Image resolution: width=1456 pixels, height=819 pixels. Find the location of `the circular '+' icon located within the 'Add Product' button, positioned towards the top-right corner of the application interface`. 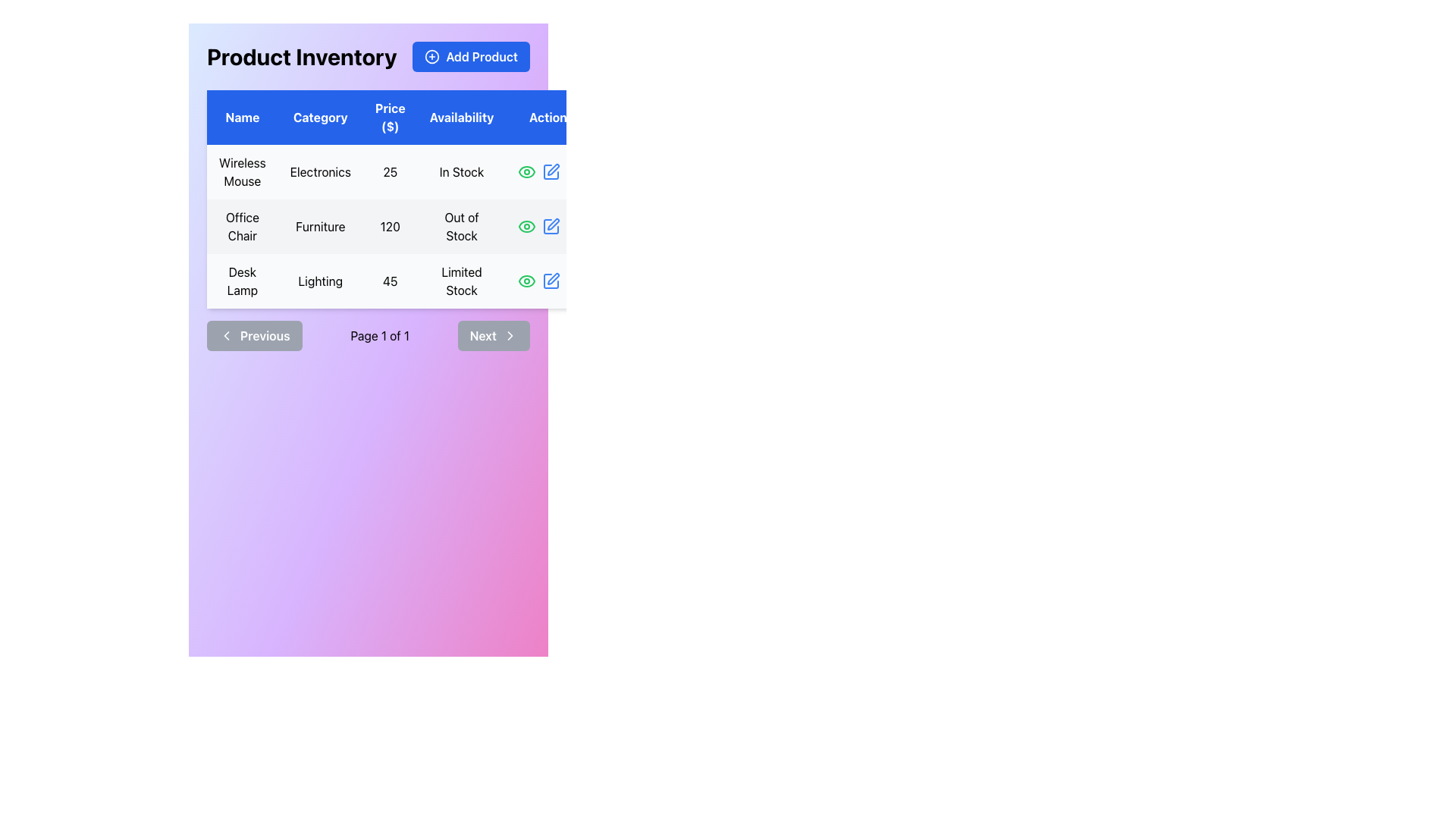

the circular '+' icon located within the 'Add Product' button, positioned towards the top-right corner of the application interface is located at coordinates (431, 55).